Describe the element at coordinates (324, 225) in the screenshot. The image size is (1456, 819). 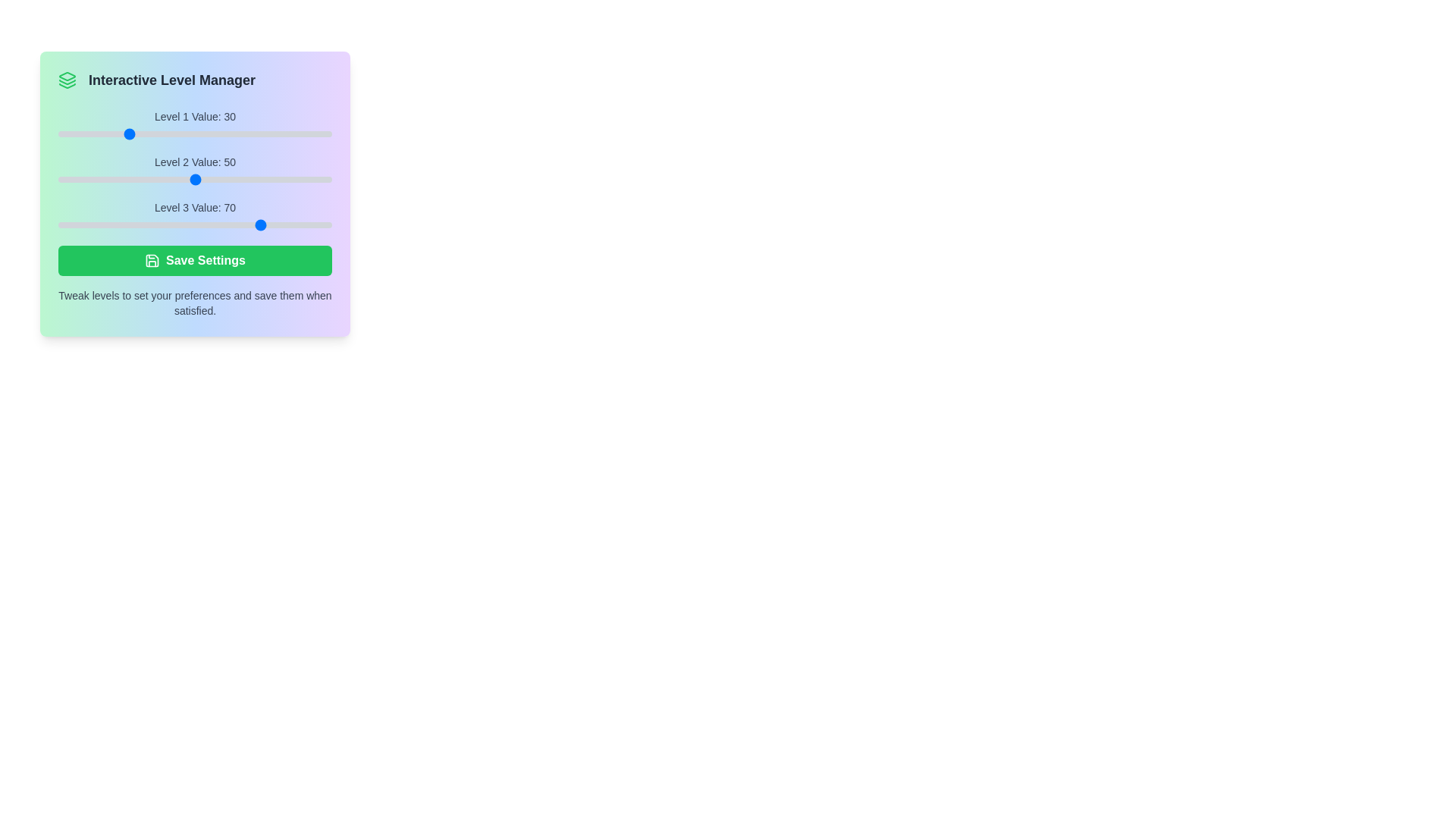
I see `the Level 3 Value slider` at that location.